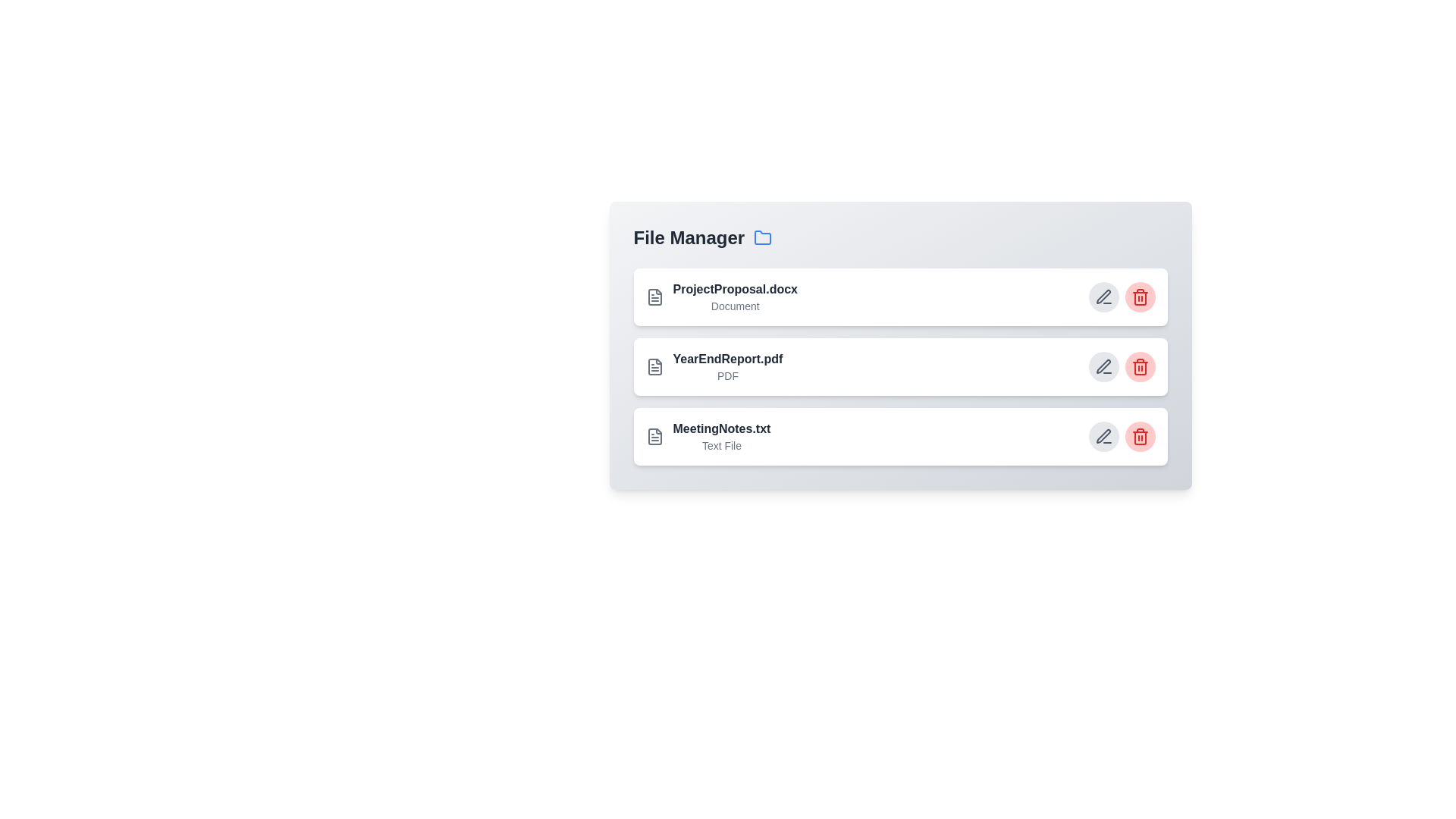  What do you see at coordinates (763, 237) in the screenshot?
I see `the folder icon in the header of the FileManager component` at bounding box center [763, 237].